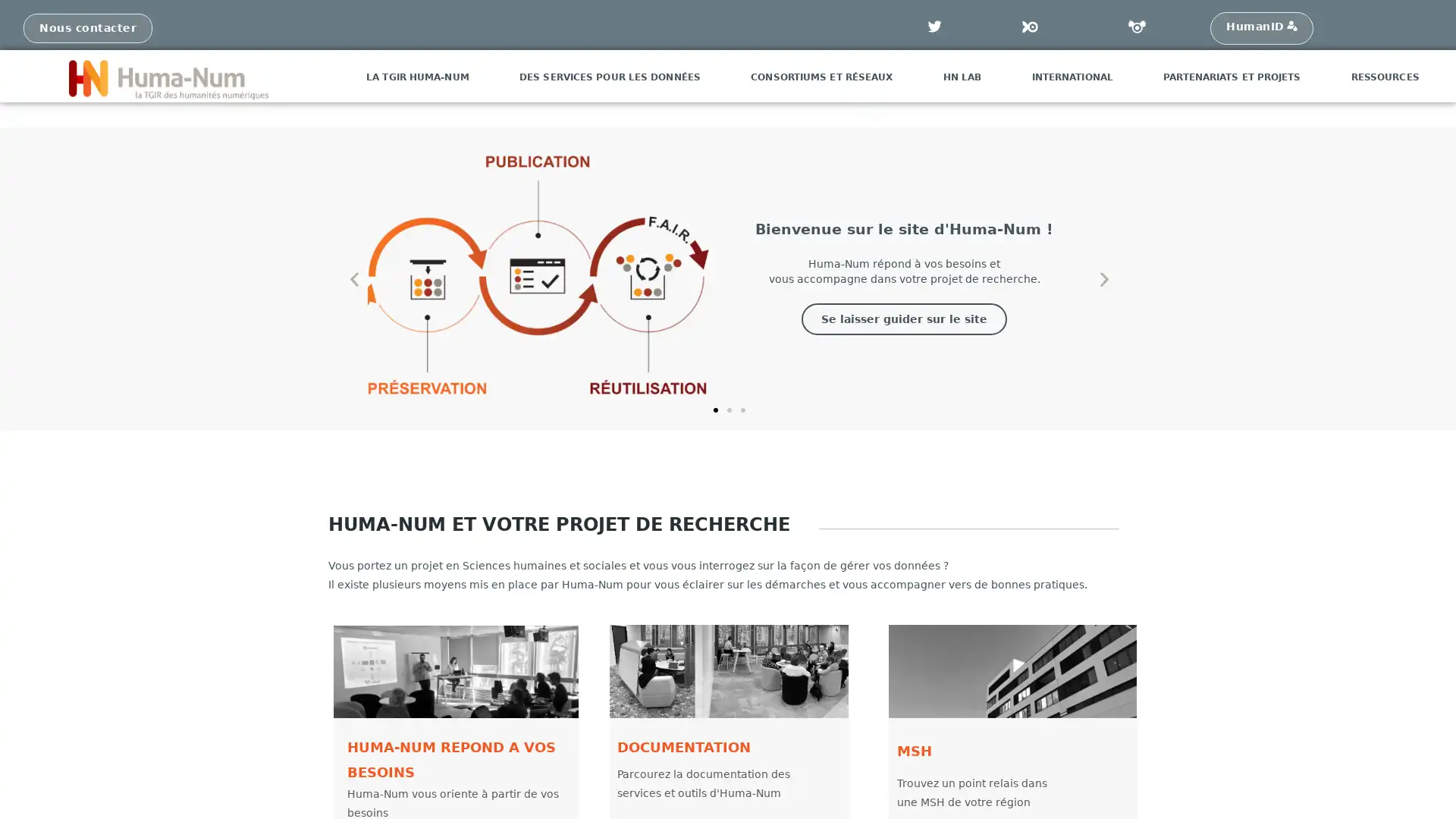  I want to click on Go to slide 3, so click(742, 409).